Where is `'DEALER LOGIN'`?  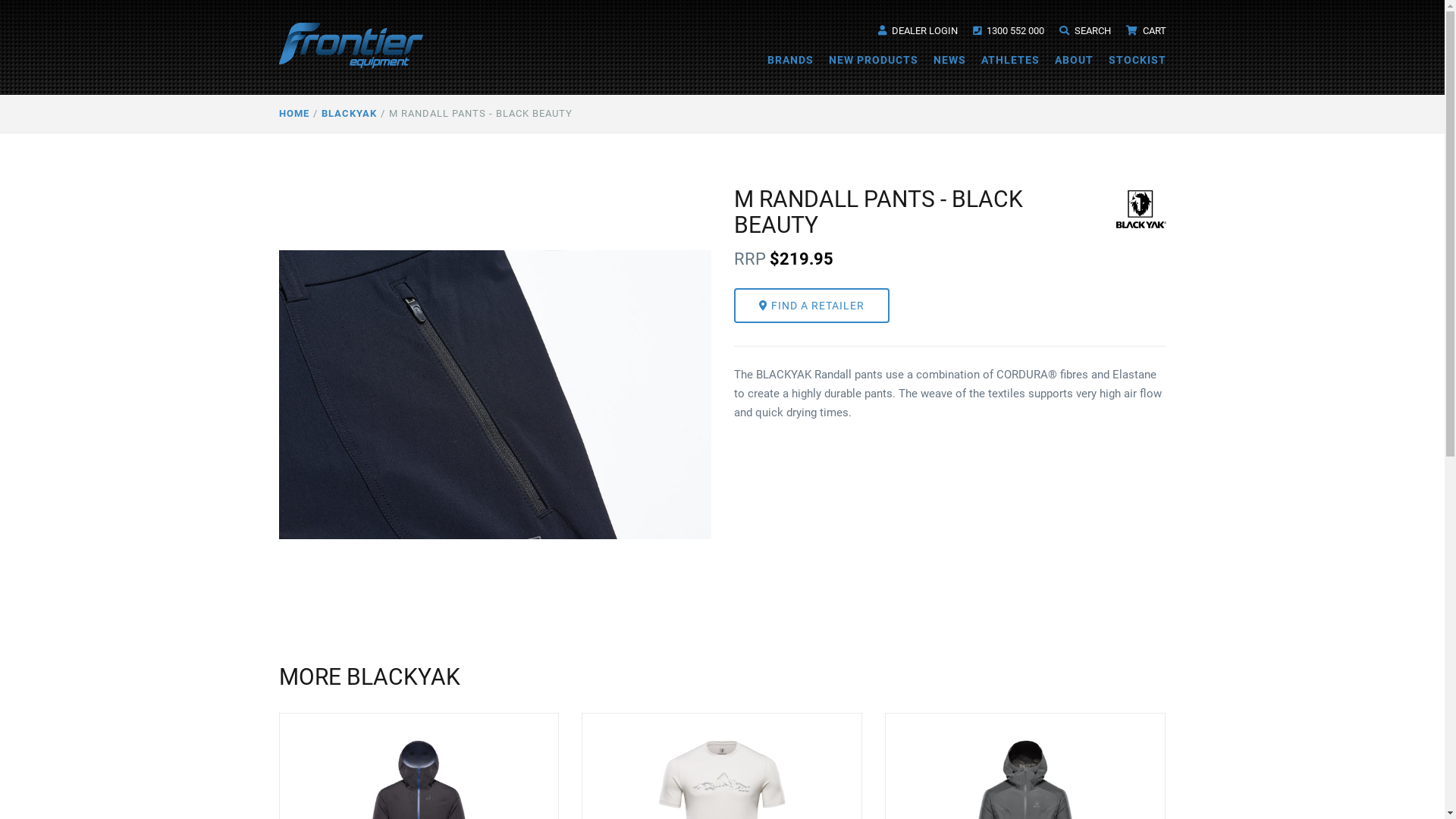 'DEALER LOGIN' is located at coordinates (917, 30).